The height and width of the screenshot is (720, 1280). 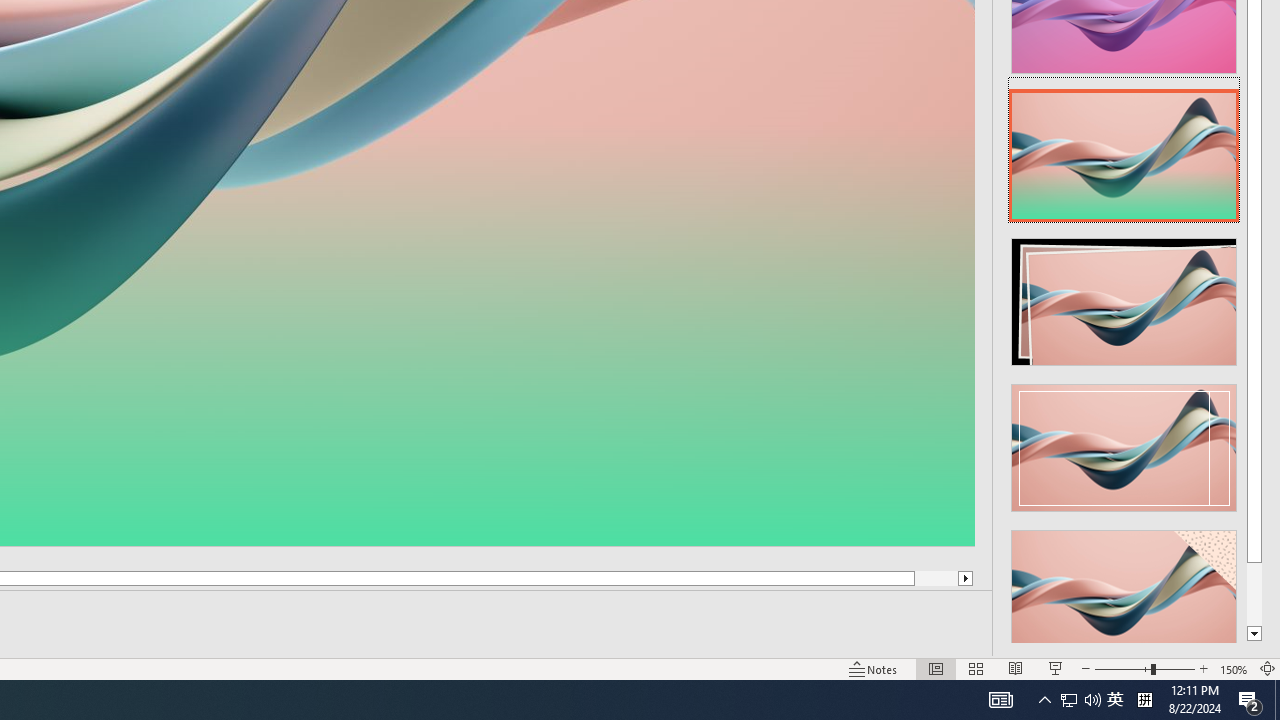 What do you see at coordinates (874, 669) in the screenshot?
I see `'Notes '` at bounding box center [874, 669].